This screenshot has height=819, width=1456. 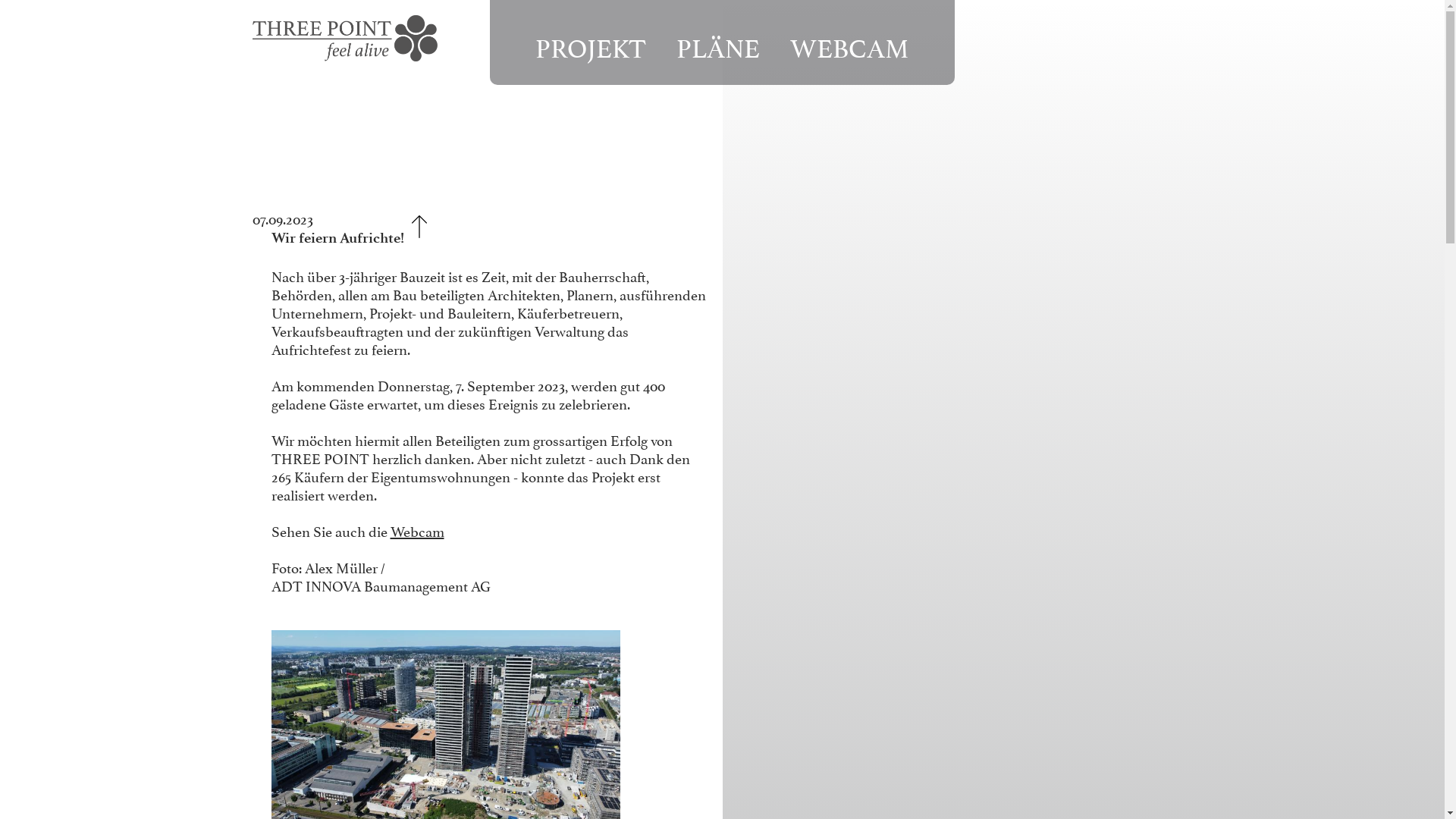 I want to click on 'WEBCAM', so click(x=849, y=45).